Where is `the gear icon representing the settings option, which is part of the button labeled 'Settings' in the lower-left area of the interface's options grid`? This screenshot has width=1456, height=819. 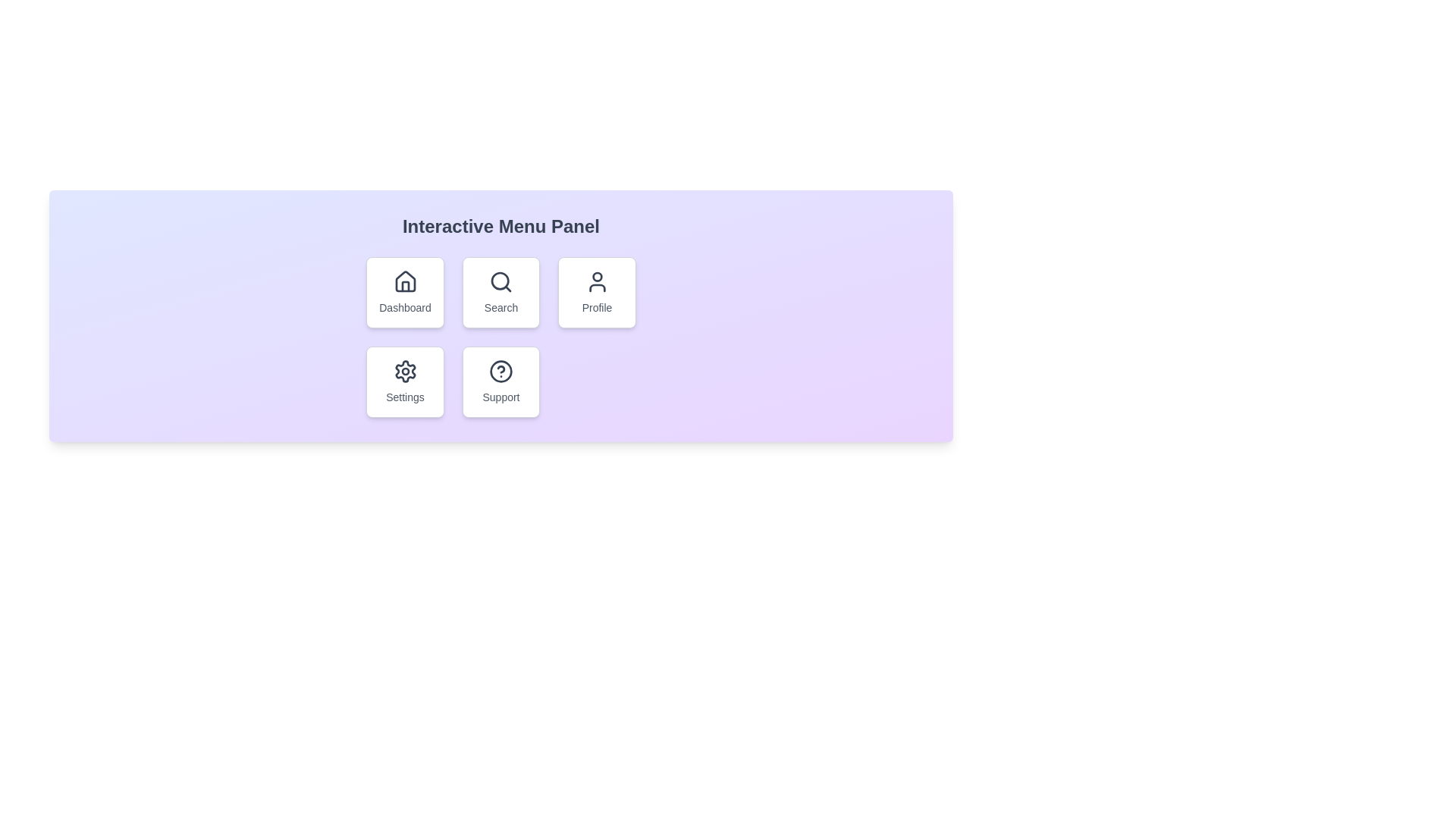 the gear icon representing the settings option, which is part of the button labeled 'Settings' in the lower-left area of the interface's options grid is located at coordinates (405, 371).